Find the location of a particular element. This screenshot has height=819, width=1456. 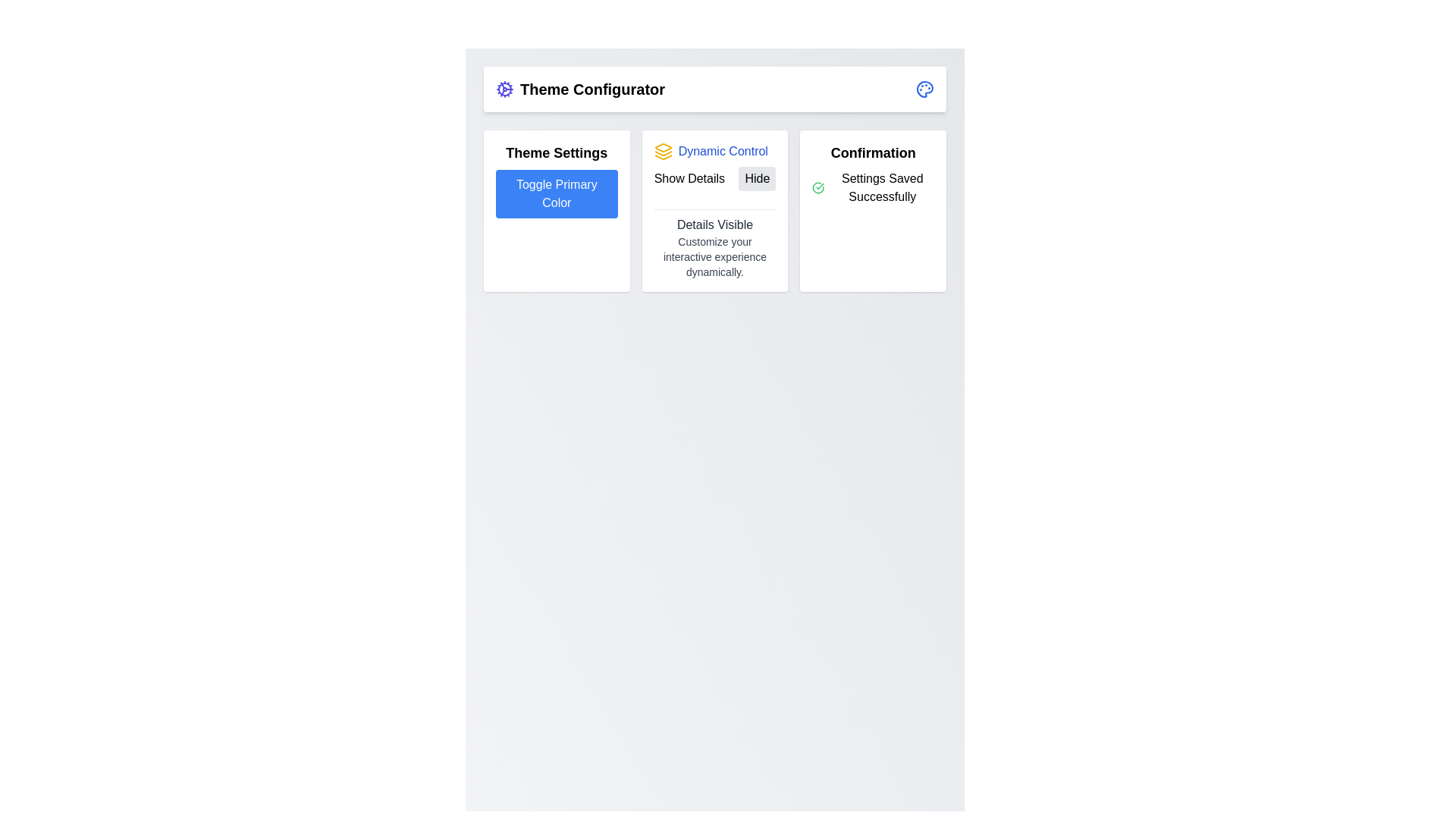

the text label displaying 'Settings Saved Successfully' with a green checkmark icon to its left, located in the 'Confirmation' section panel is located at coordinates (873, 187).